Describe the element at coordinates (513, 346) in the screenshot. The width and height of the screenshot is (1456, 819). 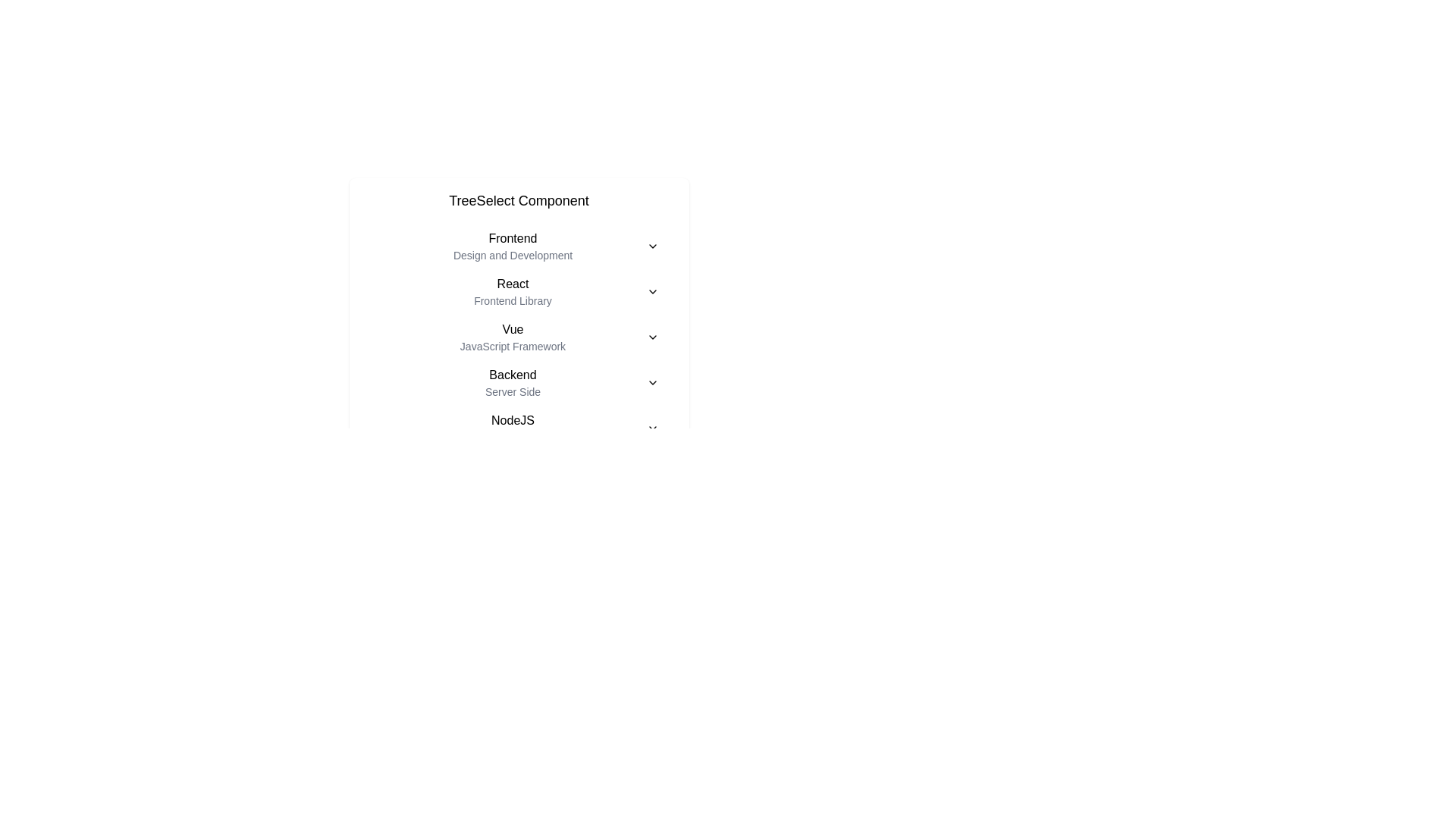
I see `the Text label that describes the 'Vue' section, which categorizes it as a JavaScript framework, located beneath the category title in the expandable 'Vue' category of a hierarchical tree-like component` at that location.